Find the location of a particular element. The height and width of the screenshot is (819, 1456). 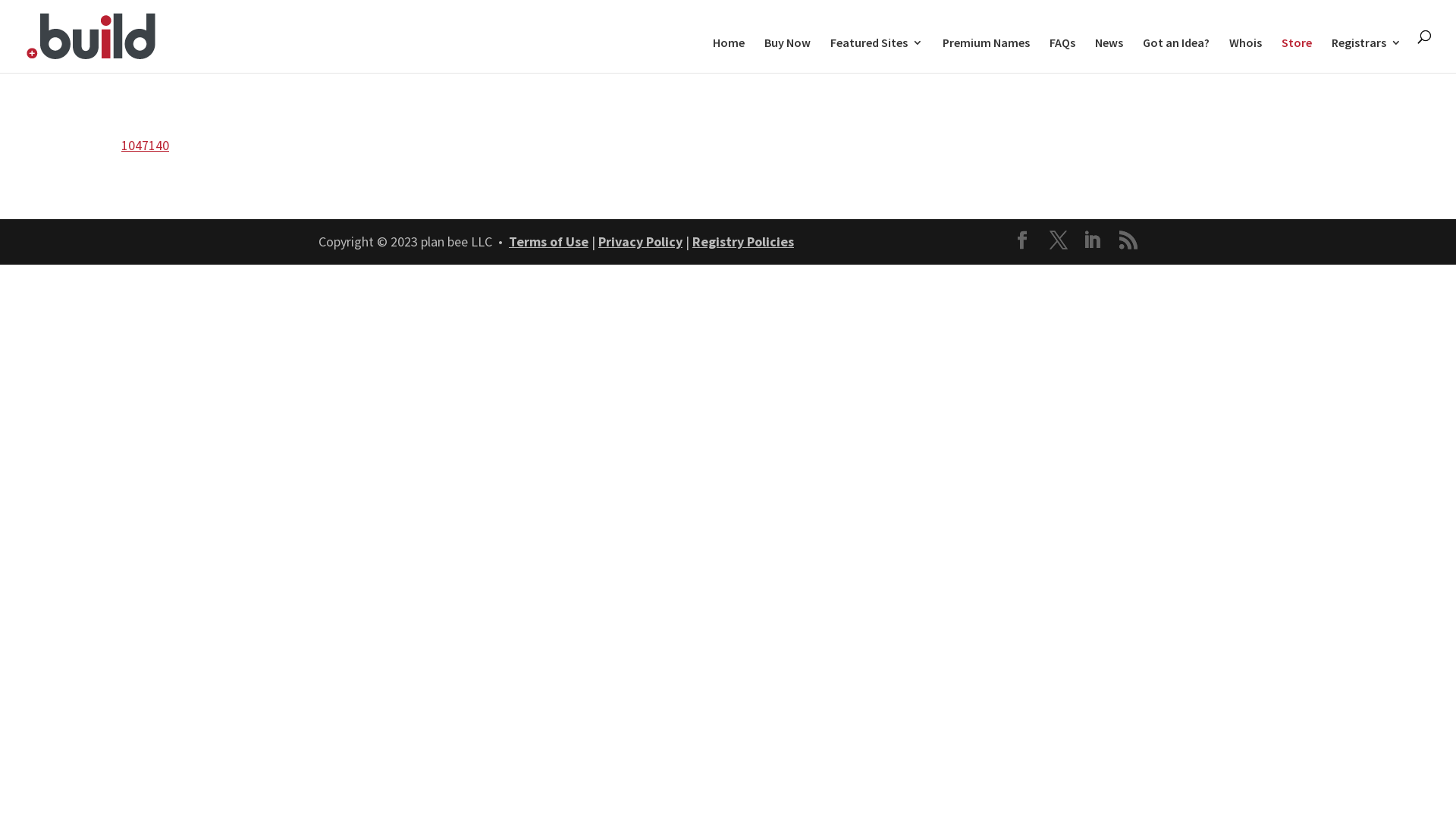

'Registrars' is located at coordinates (1331, 54).